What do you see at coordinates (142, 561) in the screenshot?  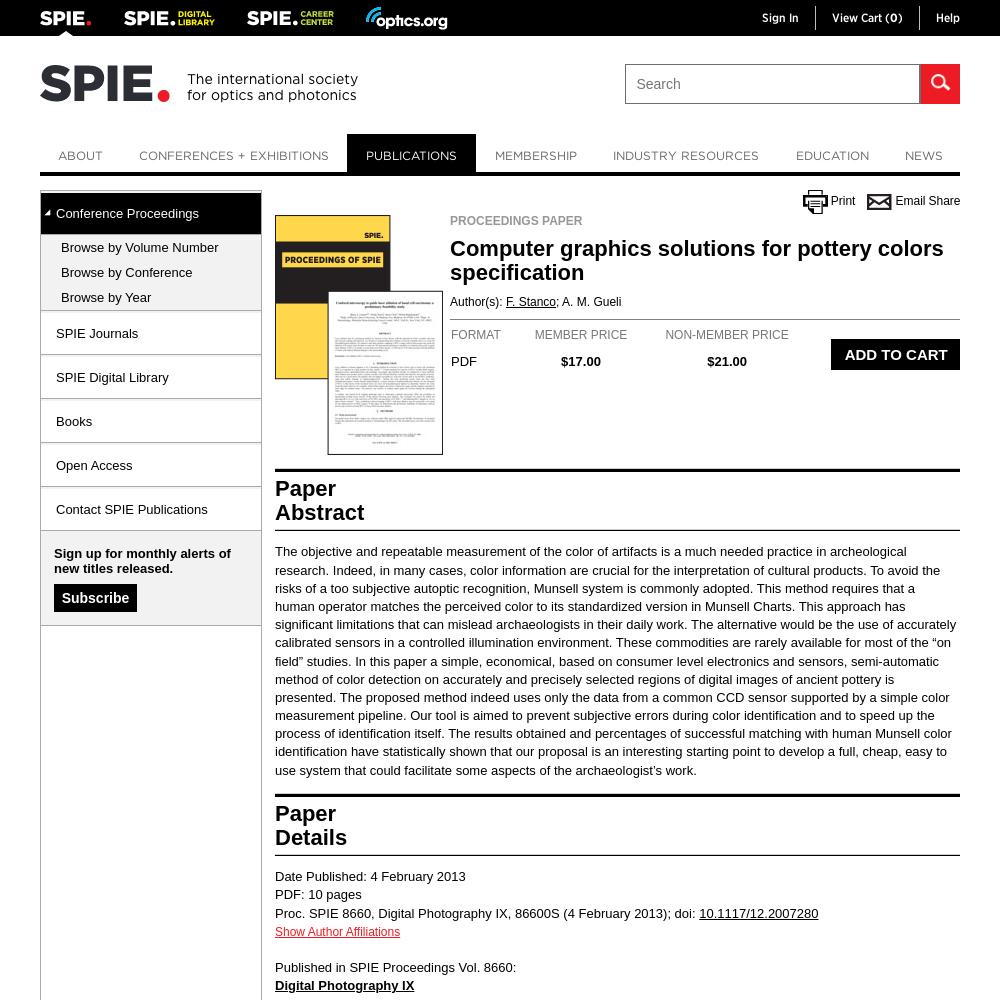 I see `'Sign up for monthly alerts of new titles released.'` at bounding box center [142, 561].